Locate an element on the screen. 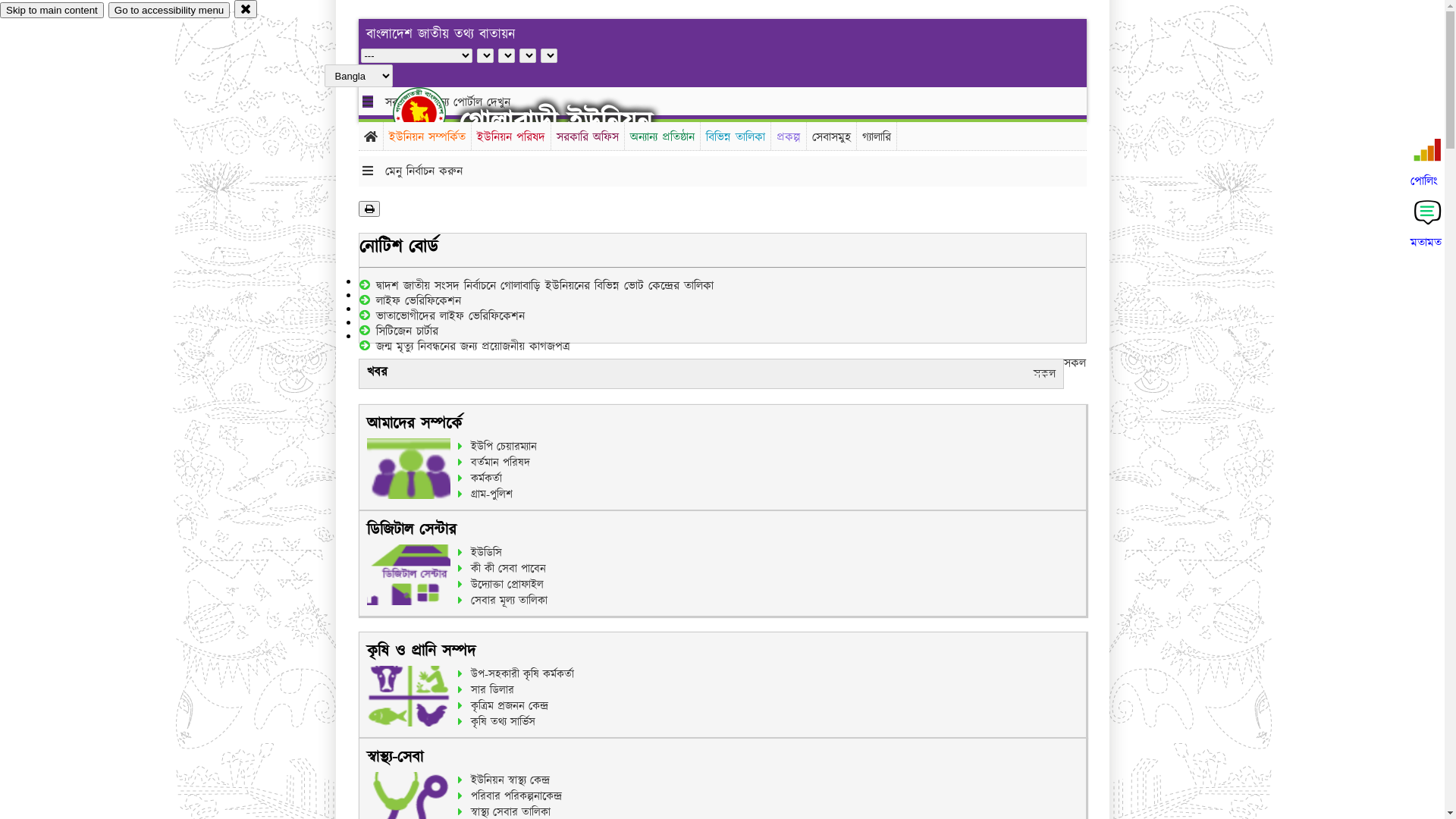 The image size is (1456, 819). 'close' is located at coordinates (246, 8).